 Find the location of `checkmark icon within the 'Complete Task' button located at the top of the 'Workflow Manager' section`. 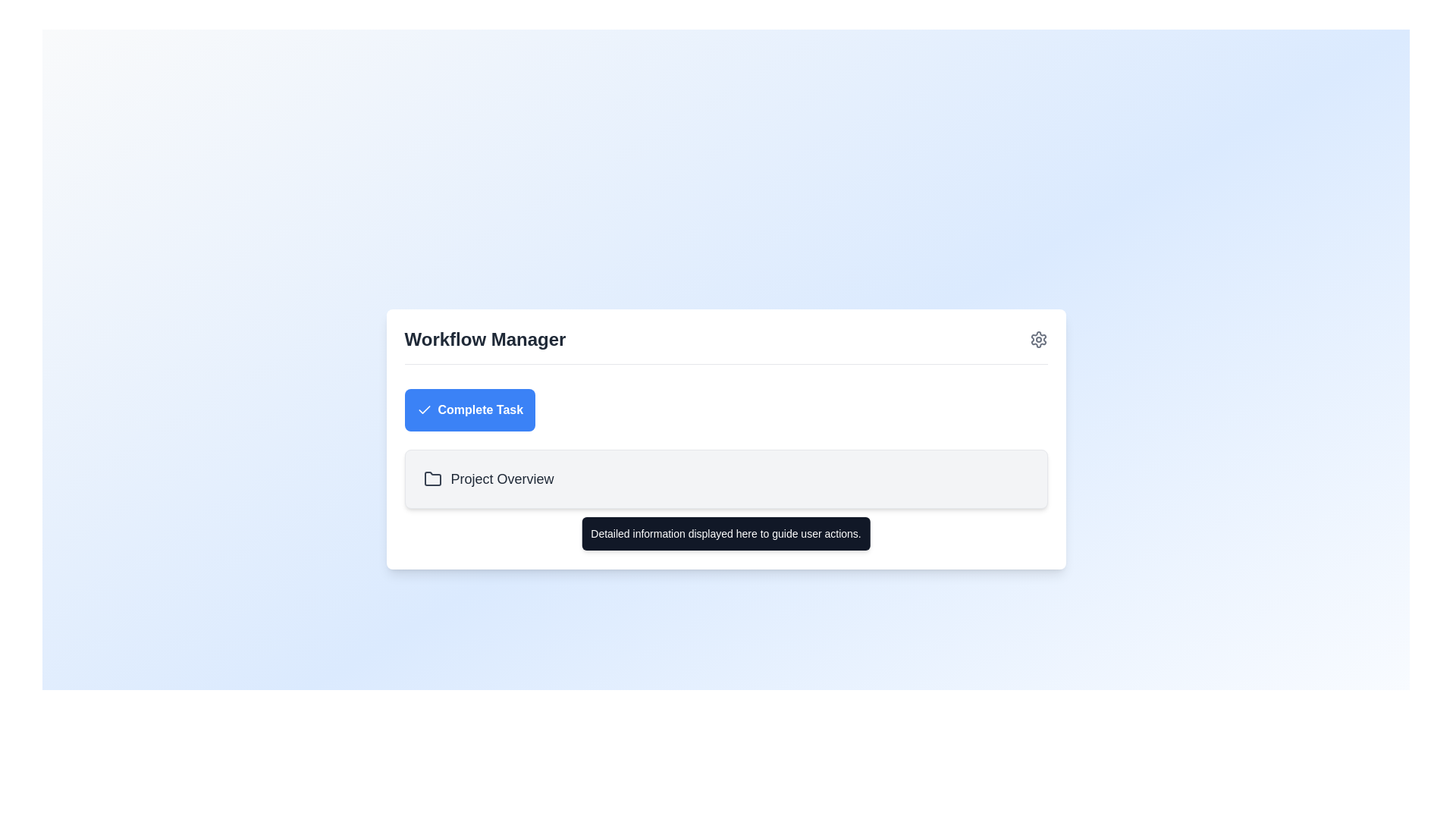

checkmark icon within the 'Complete Task' button located at the top of the 'Workflow Manager' section is located at coordinates (424, 409).